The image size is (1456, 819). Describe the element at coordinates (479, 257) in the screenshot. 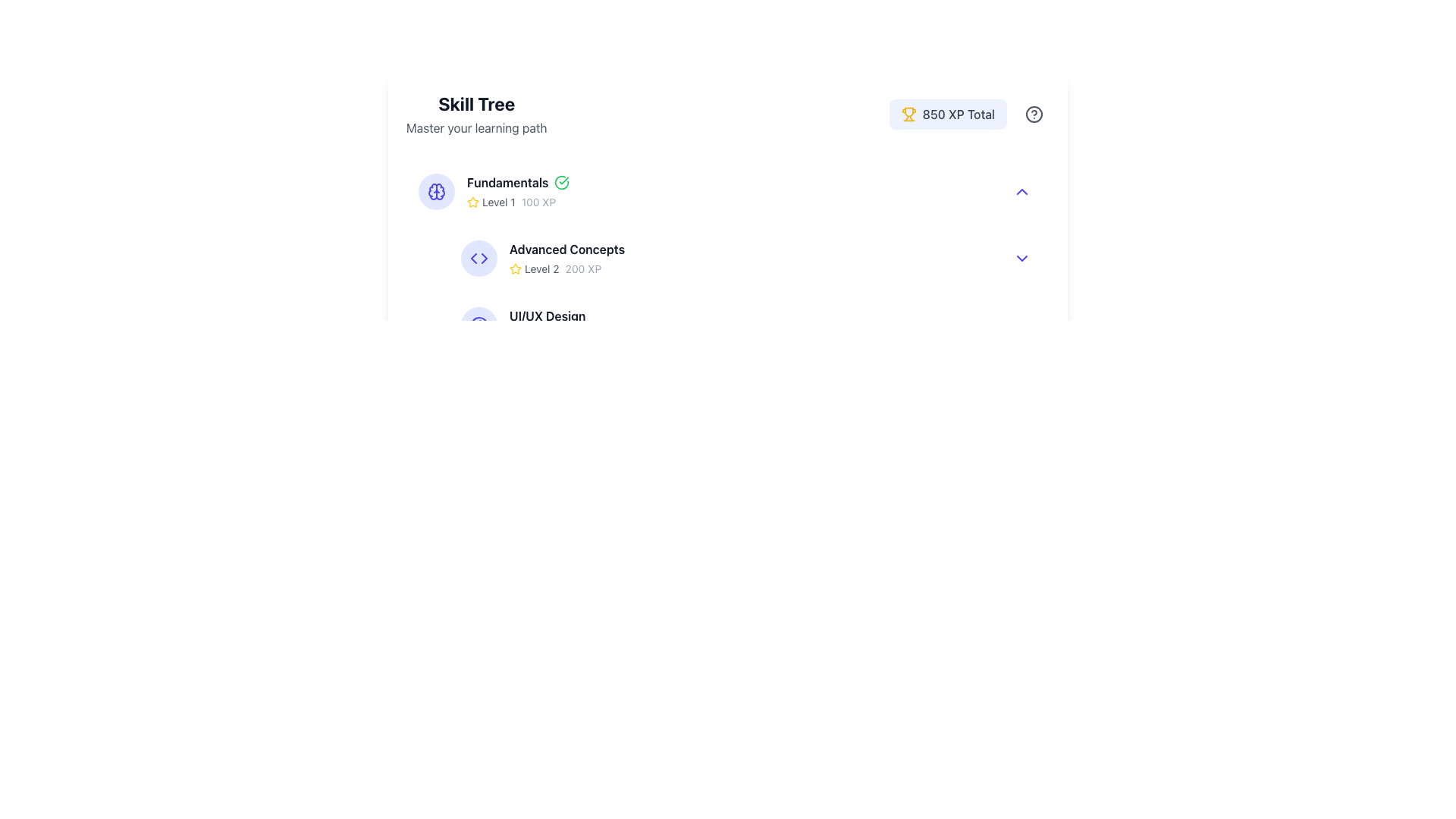

I see `the icon representing the 'Advanced Concepts' section, located to the left of the text 'Advanced Concepts' and 'Level 2 200 XP'` at that location.